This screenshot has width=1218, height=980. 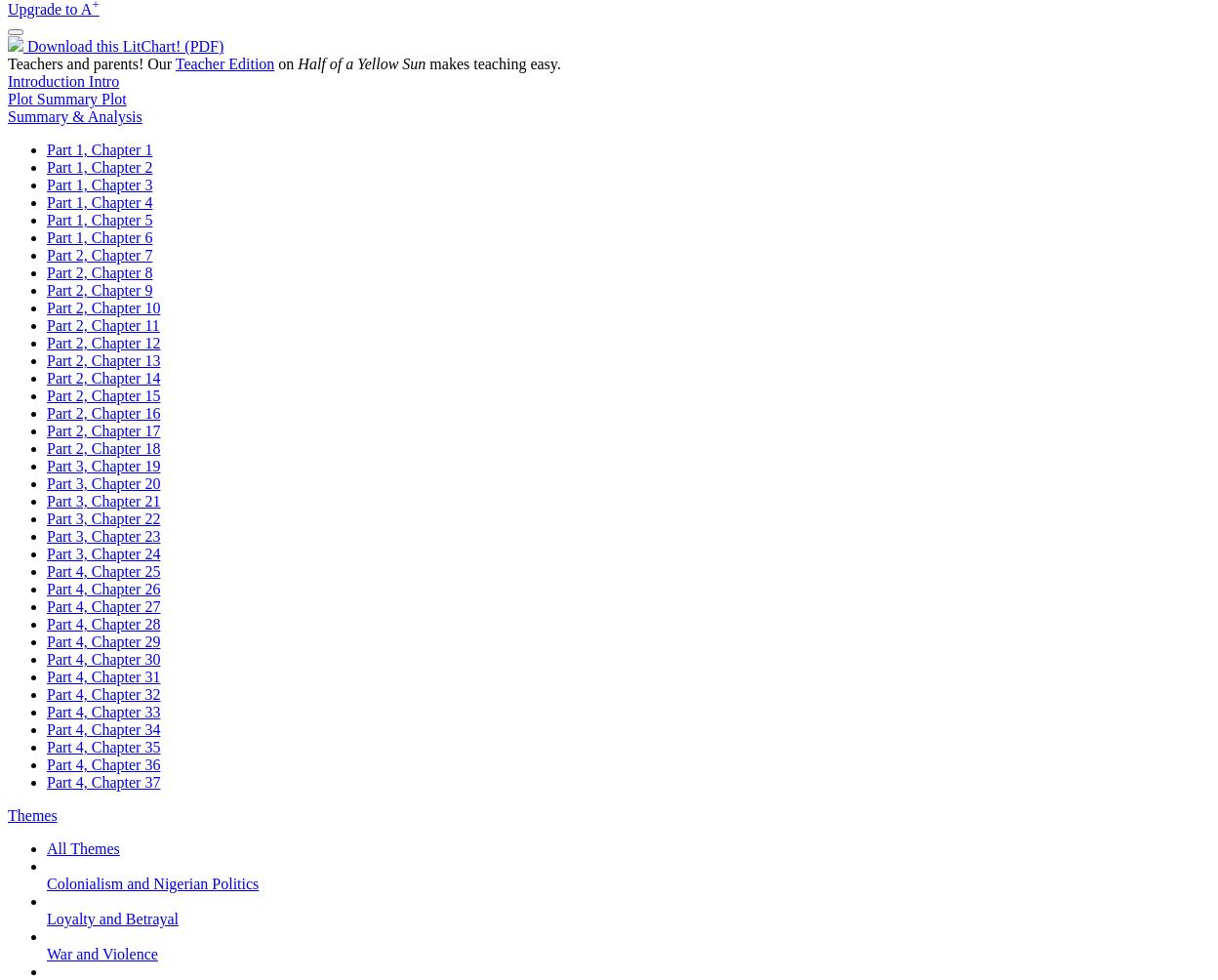 What do you see at coordinates (101, 953) in the screenshot?
I see `'War and Violence'` at bounding box center [101, 953].